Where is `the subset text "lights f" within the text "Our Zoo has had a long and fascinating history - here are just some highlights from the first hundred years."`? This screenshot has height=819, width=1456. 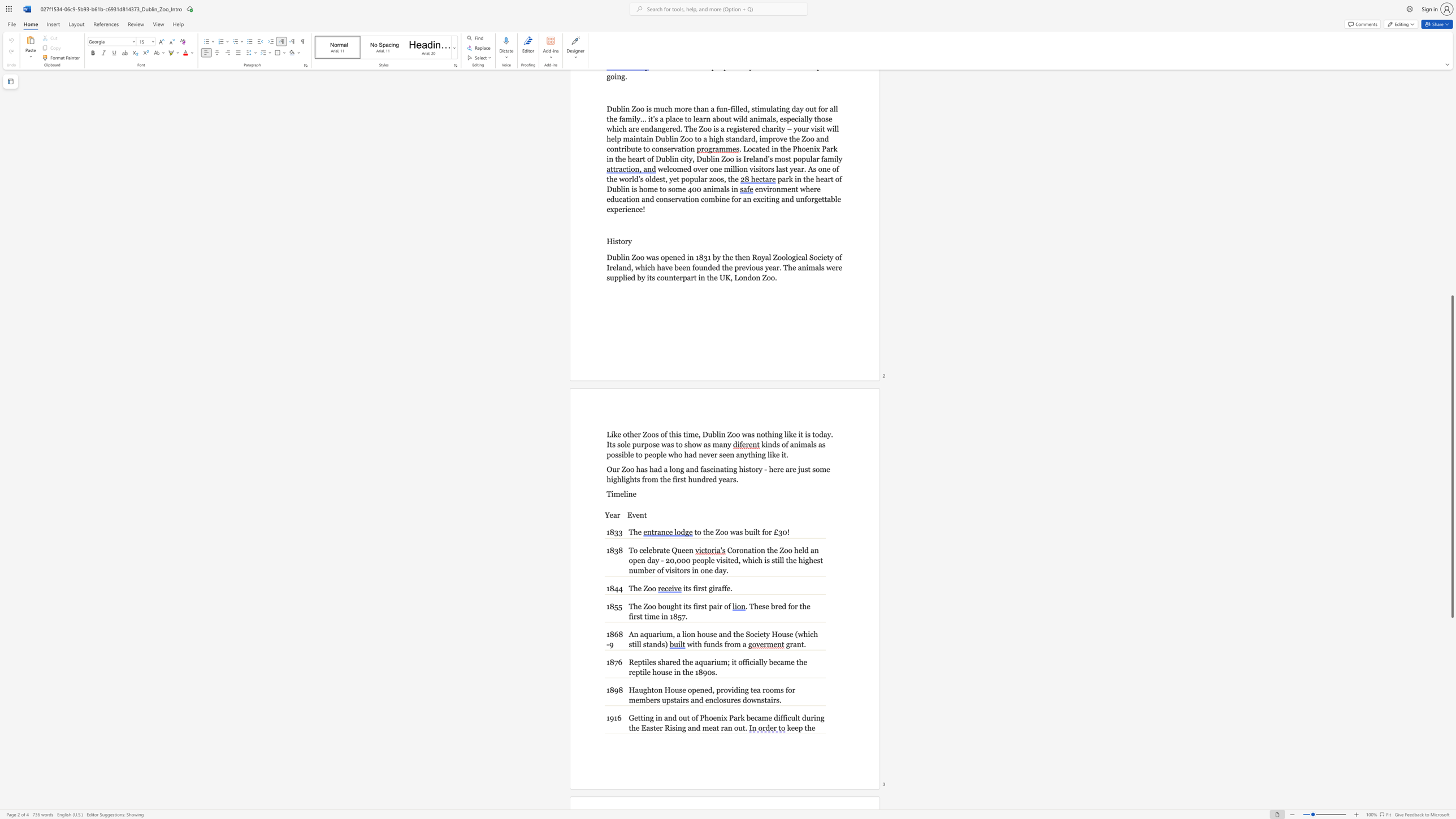 the subset text "lights f" within the text "Our Zoo has had a long and fascinating history - here are just some highlights from the first hundred years." is located at coordinates (621, 479).